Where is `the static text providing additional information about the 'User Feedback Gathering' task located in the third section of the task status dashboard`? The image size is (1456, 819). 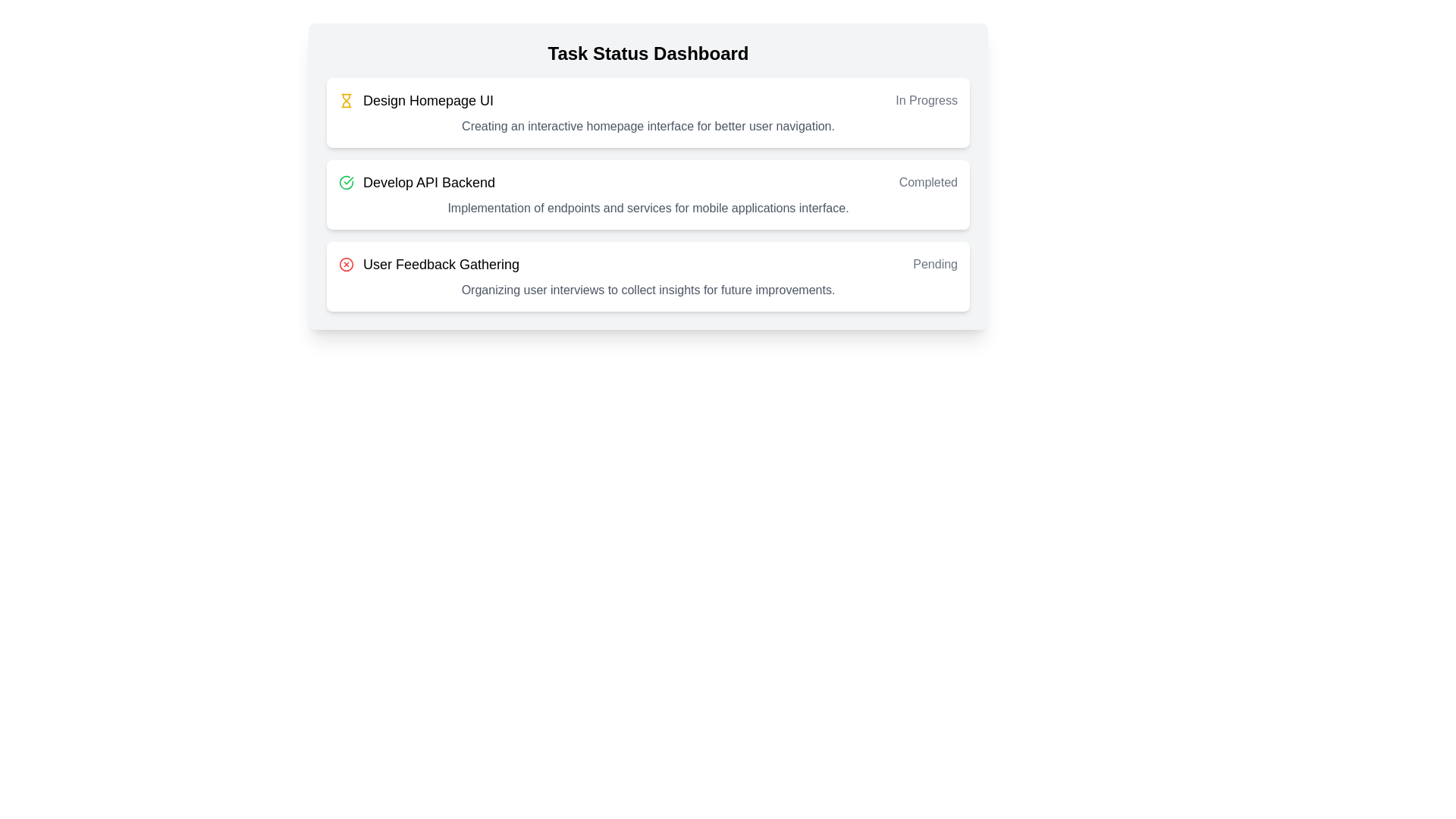 the static text providing additional information about the 'User Feedback Gathering' task located in the third section of the task status dashboard is located at coordinates (648, 290).